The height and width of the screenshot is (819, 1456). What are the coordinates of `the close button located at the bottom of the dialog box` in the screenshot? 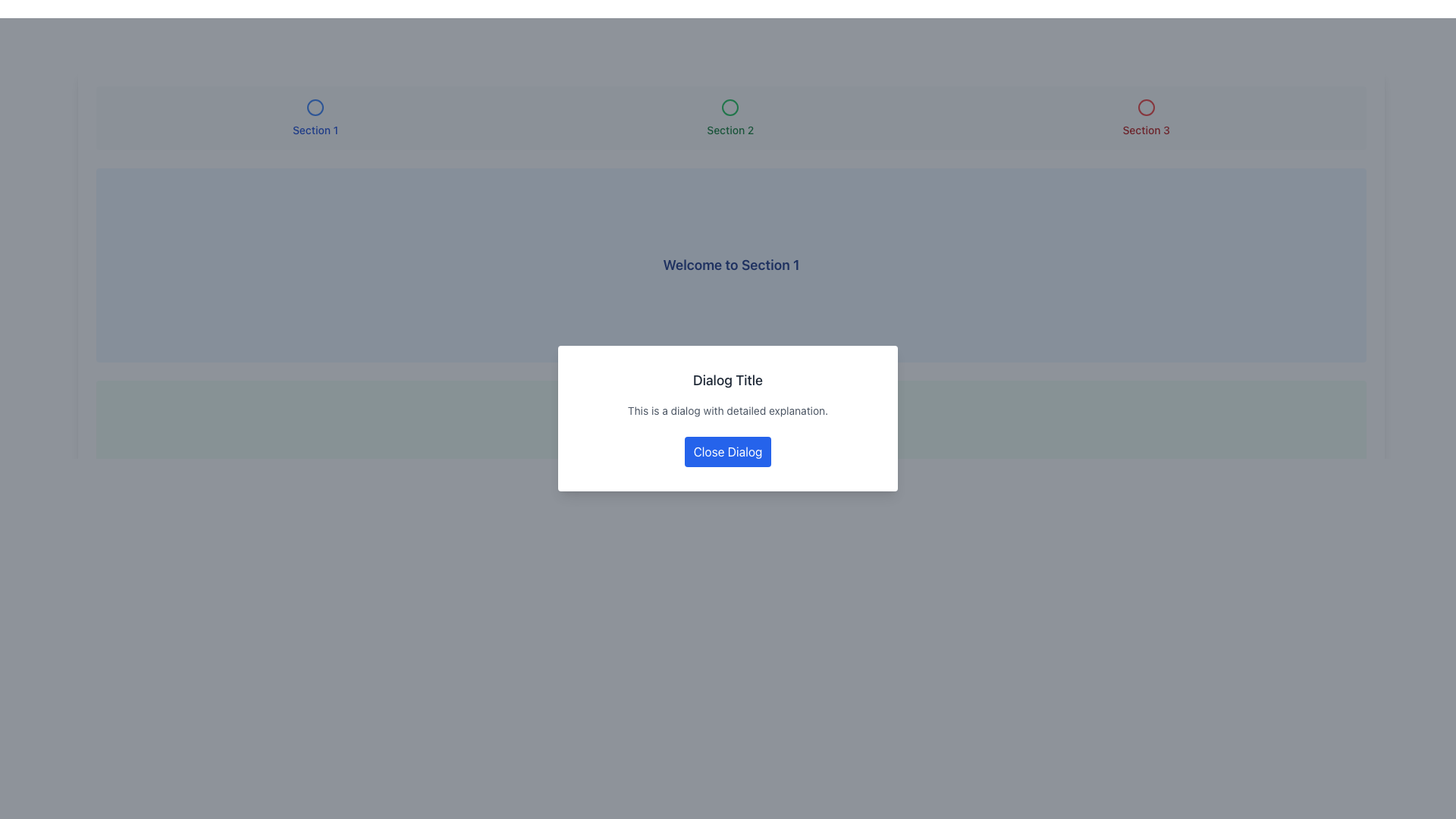 It's located at (728, 451).